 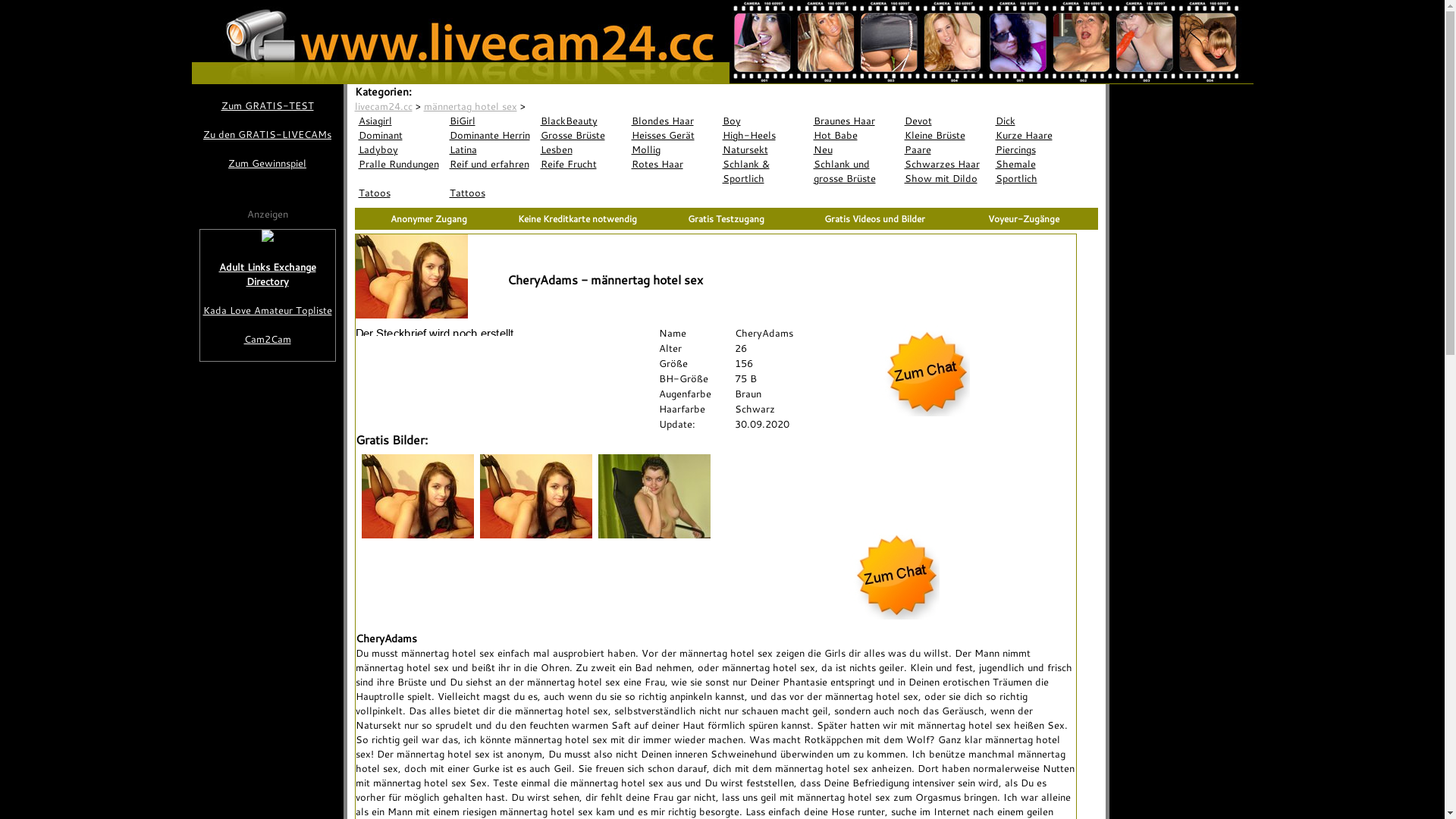 What do you see at coordinates (582, 164) in the screenshot?
I see `'Reife Frucht'` at bounding box center [582, 164].